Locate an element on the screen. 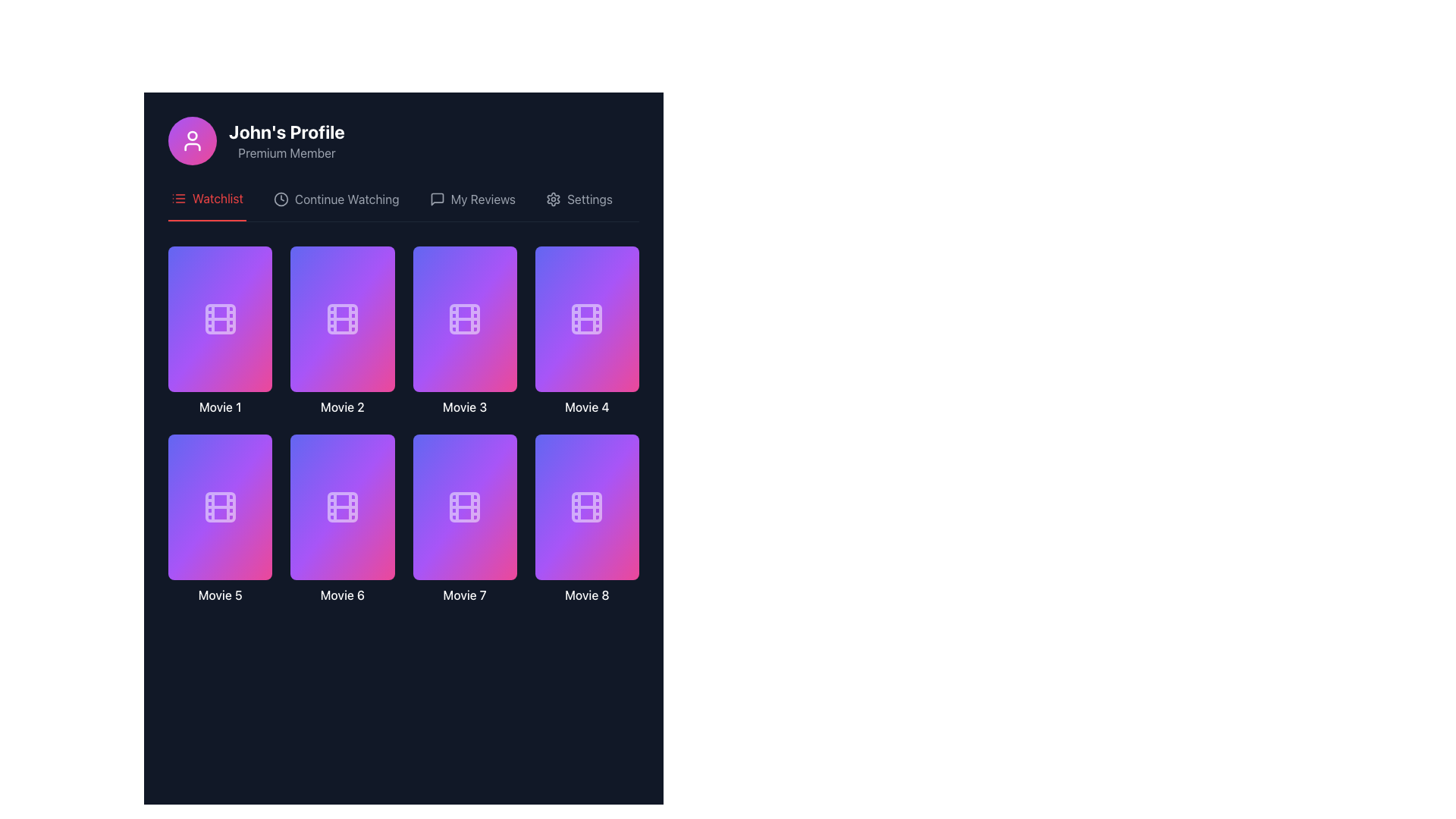 This screenshot has height=819, width=1456. the Image icon representing 'Movie 6' in the second row, second column of the grid layout is located at coordinates (341, 507).